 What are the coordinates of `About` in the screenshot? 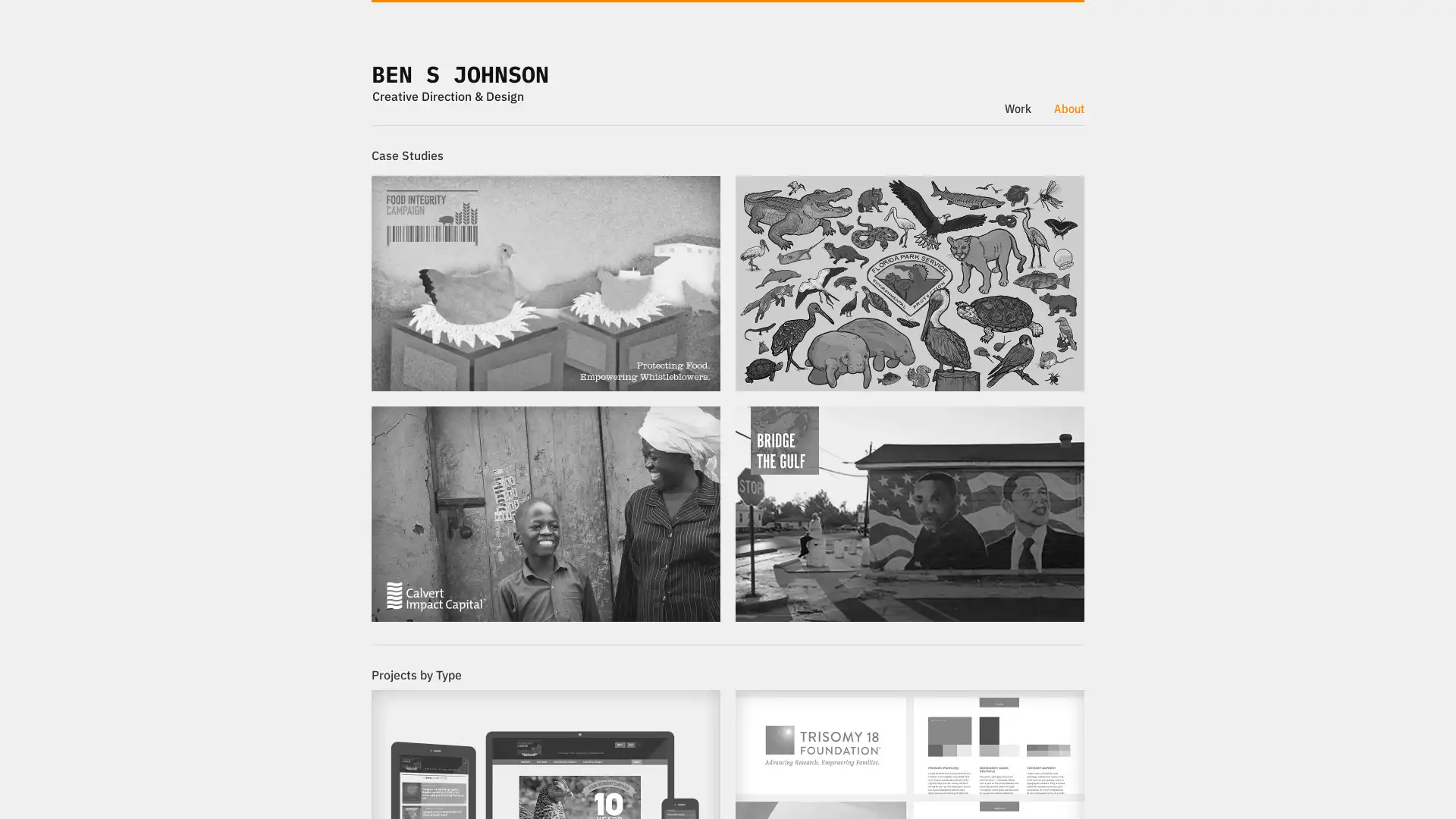 It's located at (1068, 107).